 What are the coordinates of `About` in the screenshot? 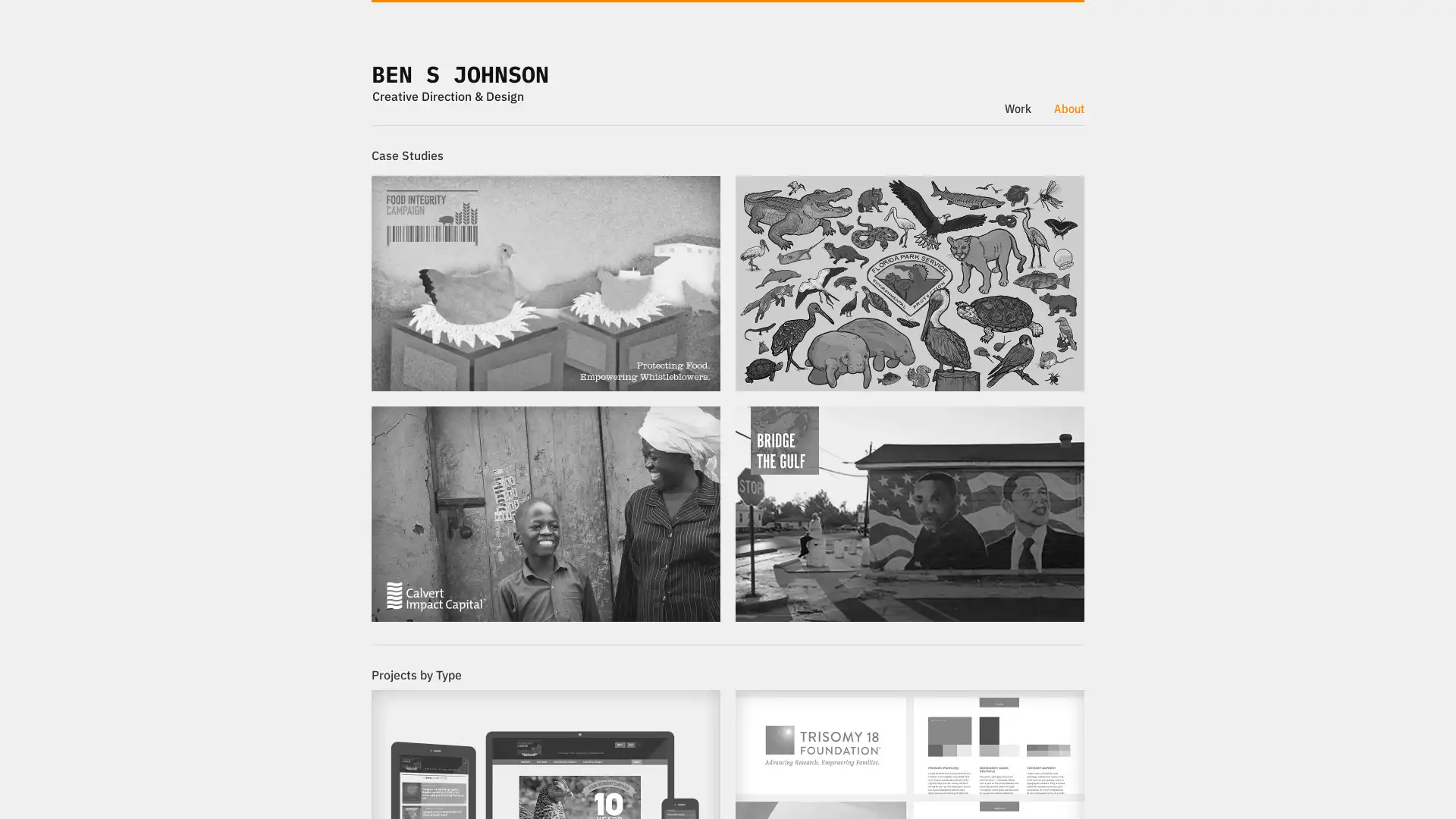 It's located at (1068, 107).